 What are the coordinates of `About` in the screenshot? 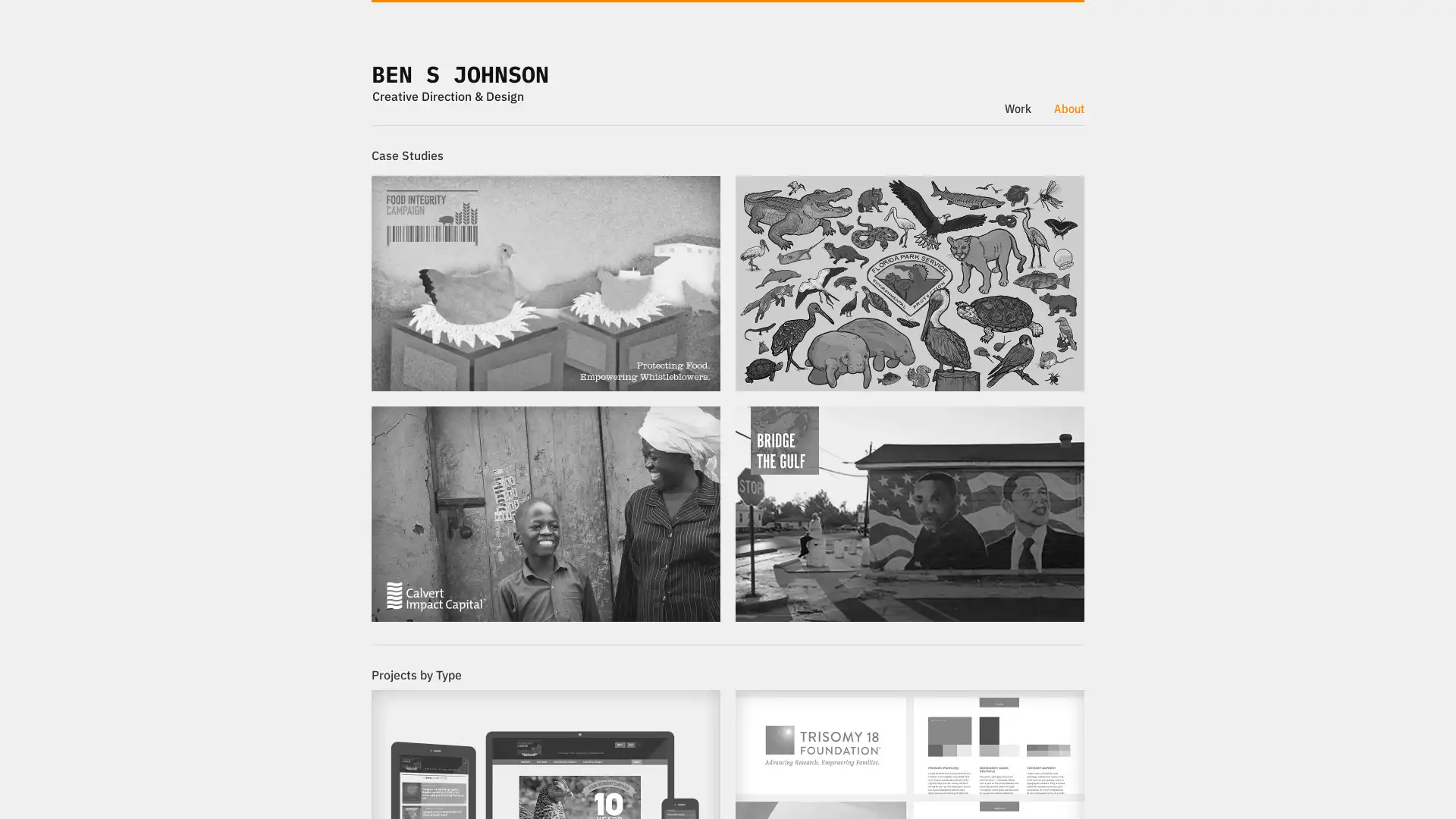 It's located at (1068, 107).